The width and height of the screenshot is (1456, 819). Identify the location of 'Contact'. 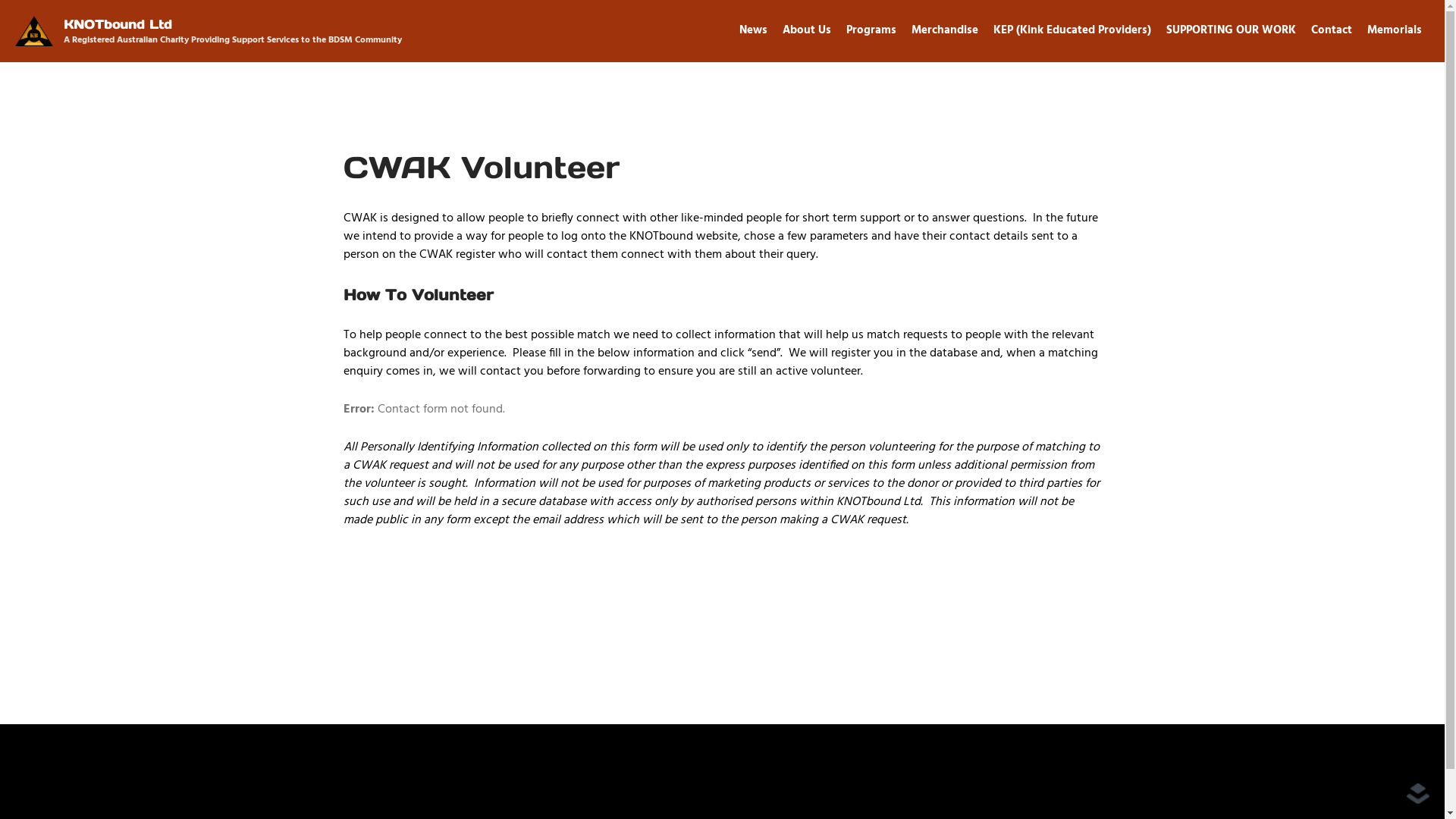
(1331, 30).